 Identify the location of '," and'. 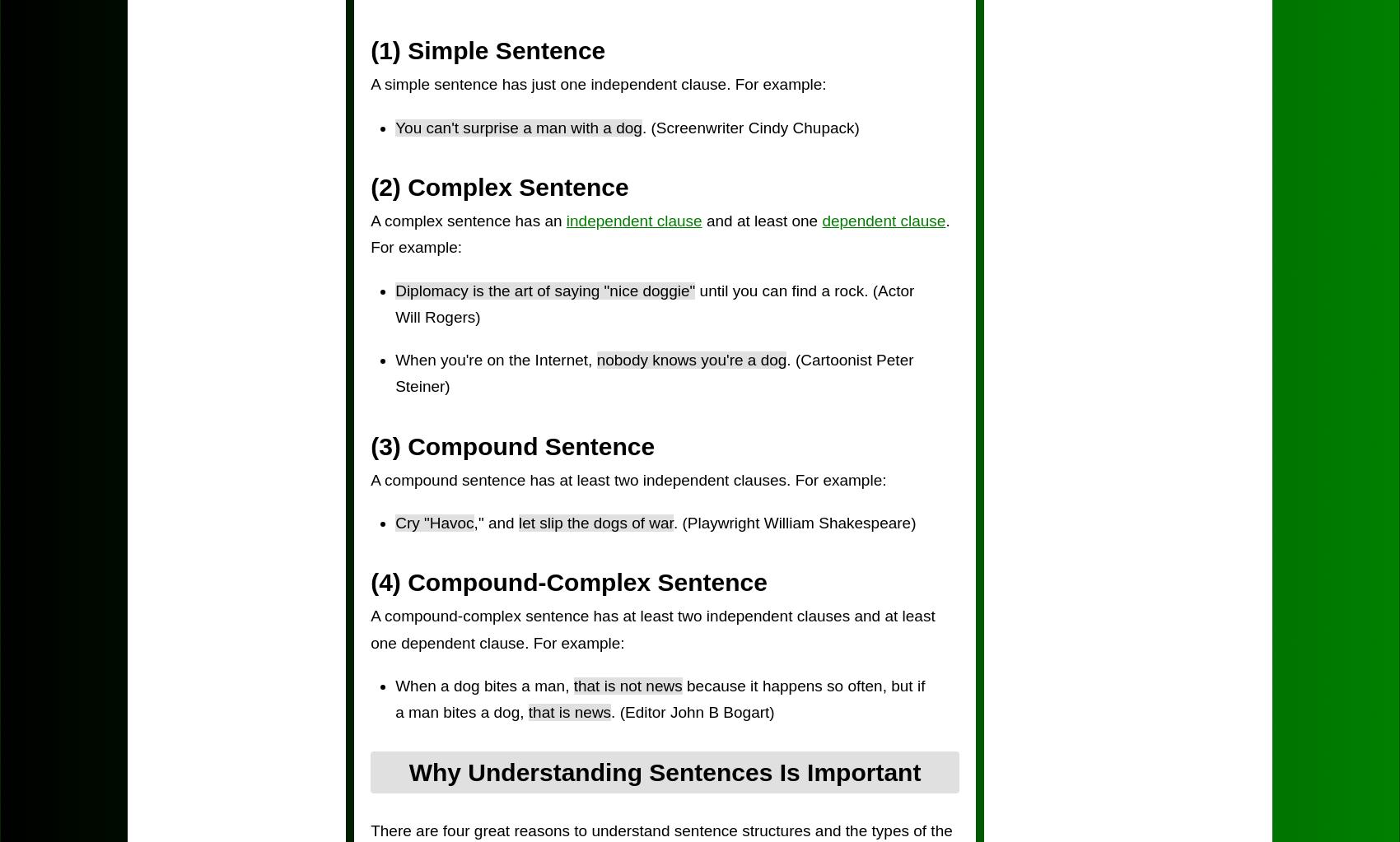
(494, 523).